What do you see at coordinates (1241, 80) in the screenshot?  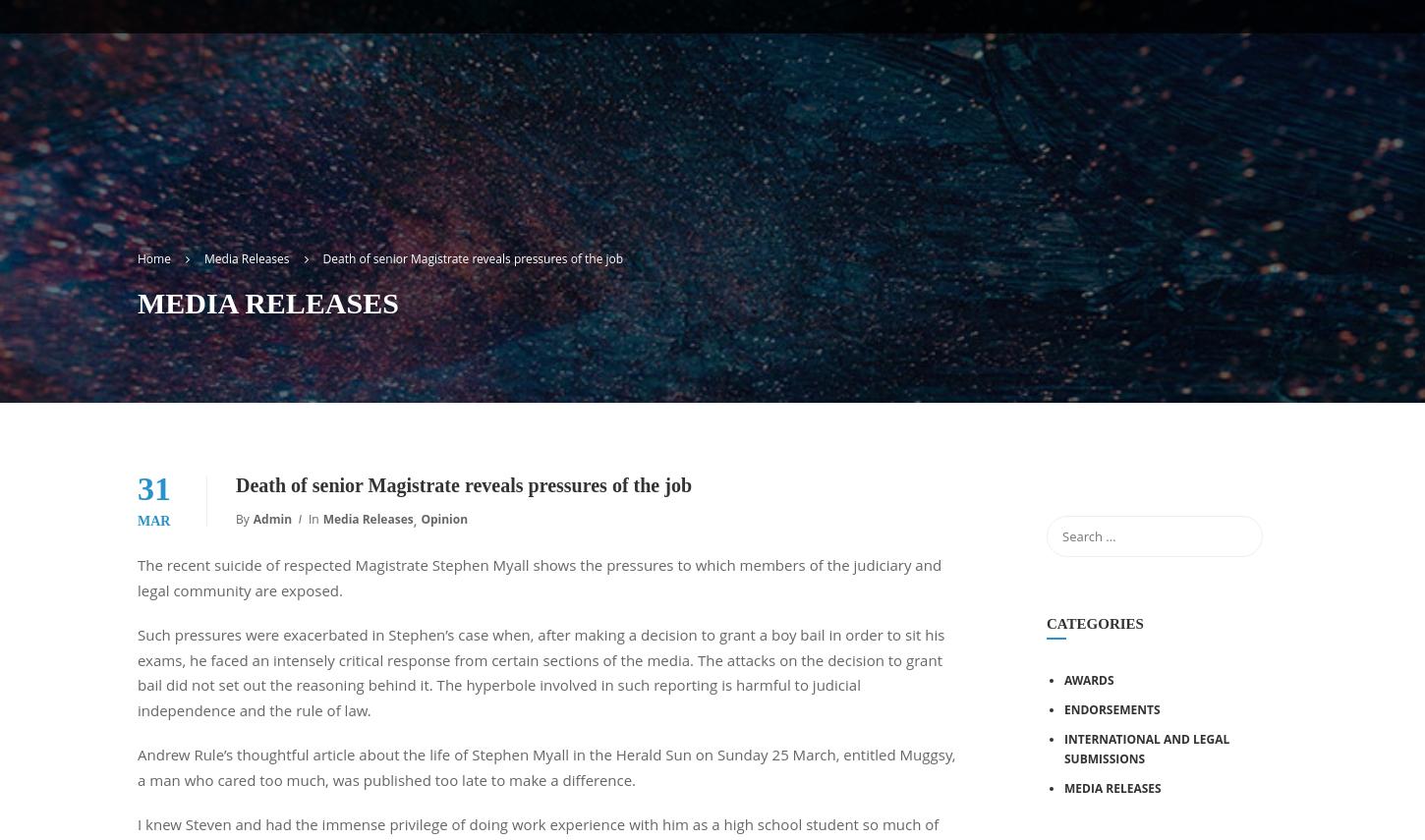 I see `'Events'` at bounding box center [1241, 80].